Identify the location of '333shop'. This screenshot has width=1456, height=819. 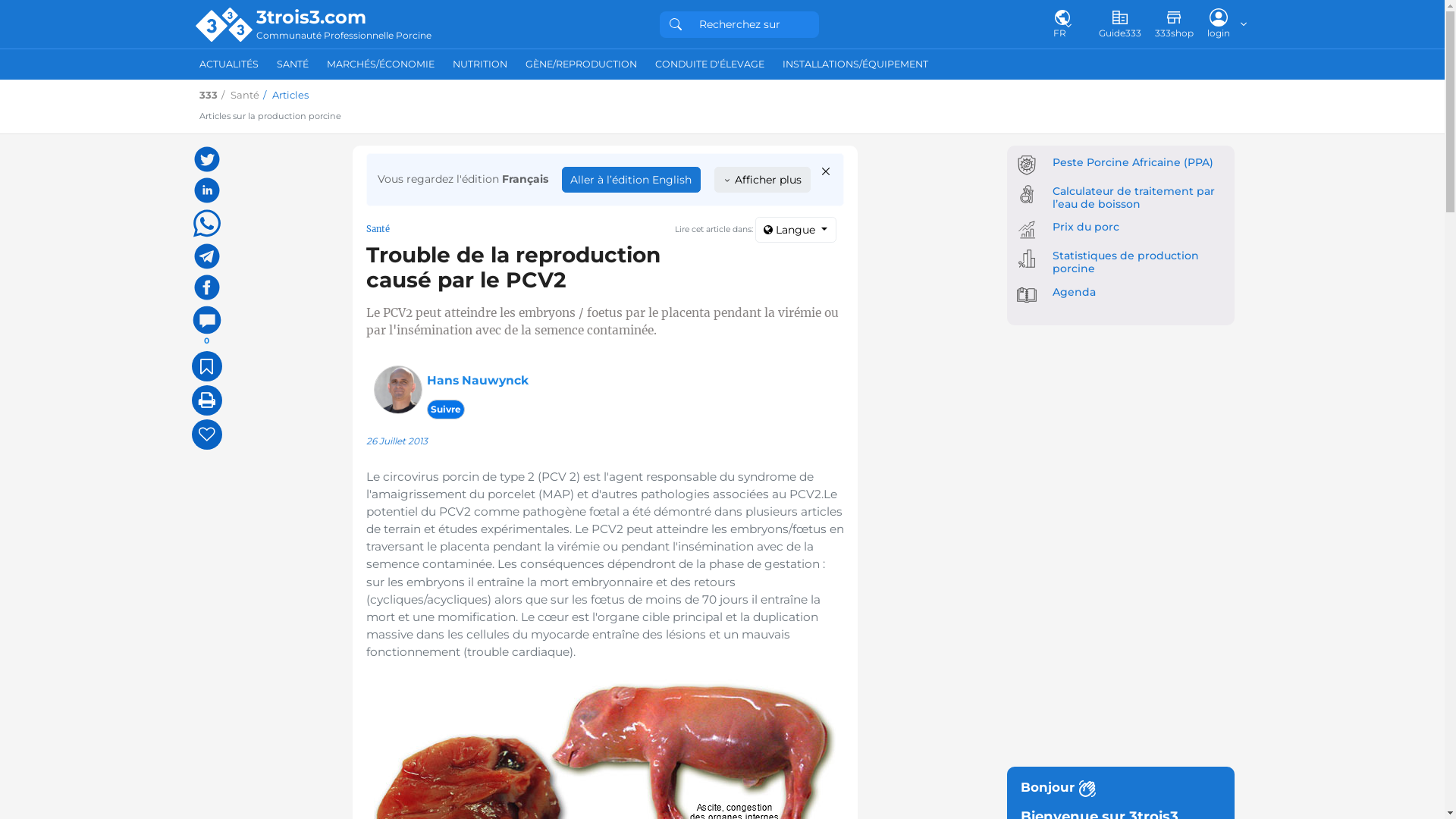
(1172, 24).